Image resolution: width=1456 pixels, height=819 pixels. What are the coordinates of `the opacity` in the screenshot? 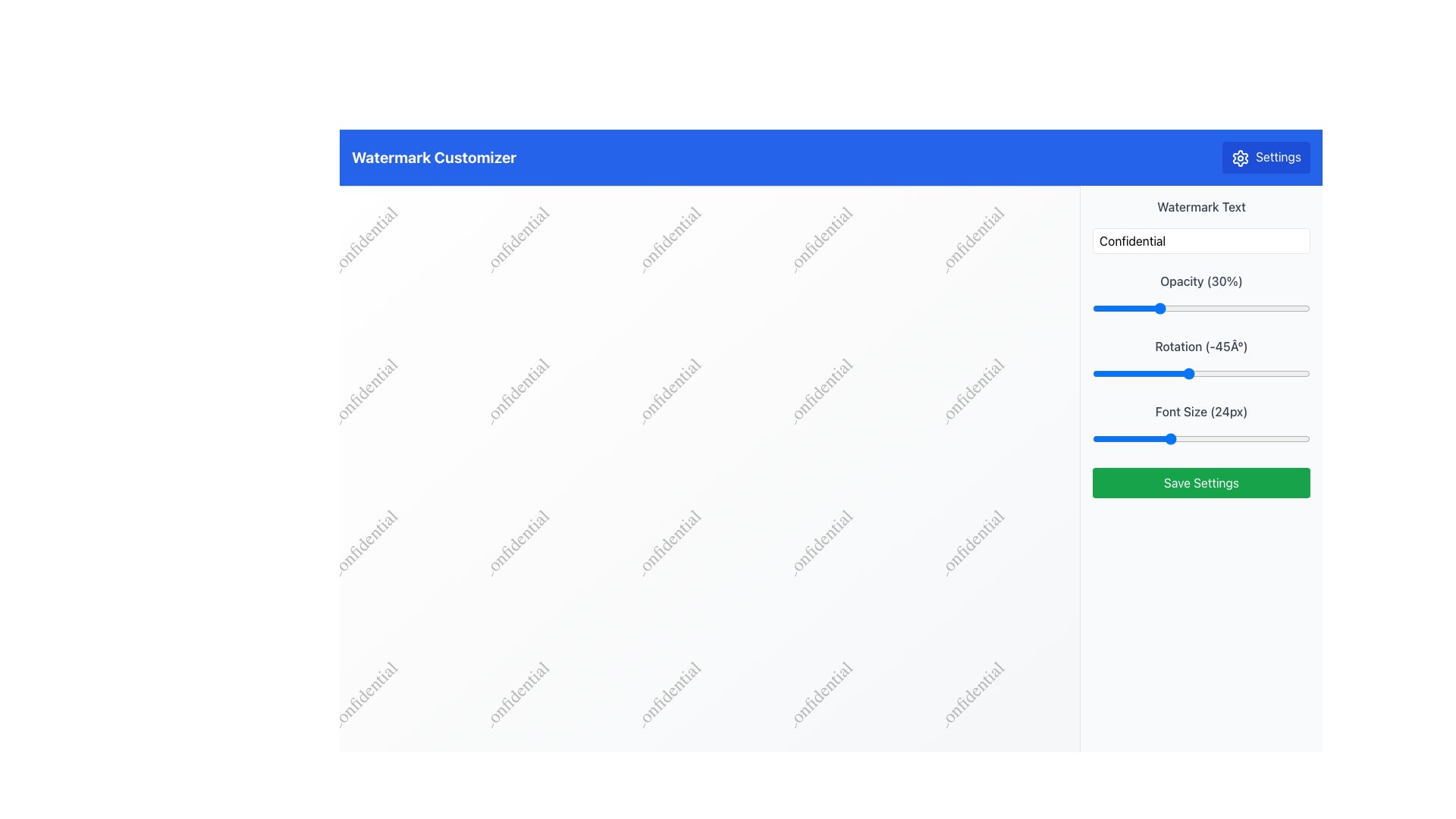 It's located at (1116, 307).